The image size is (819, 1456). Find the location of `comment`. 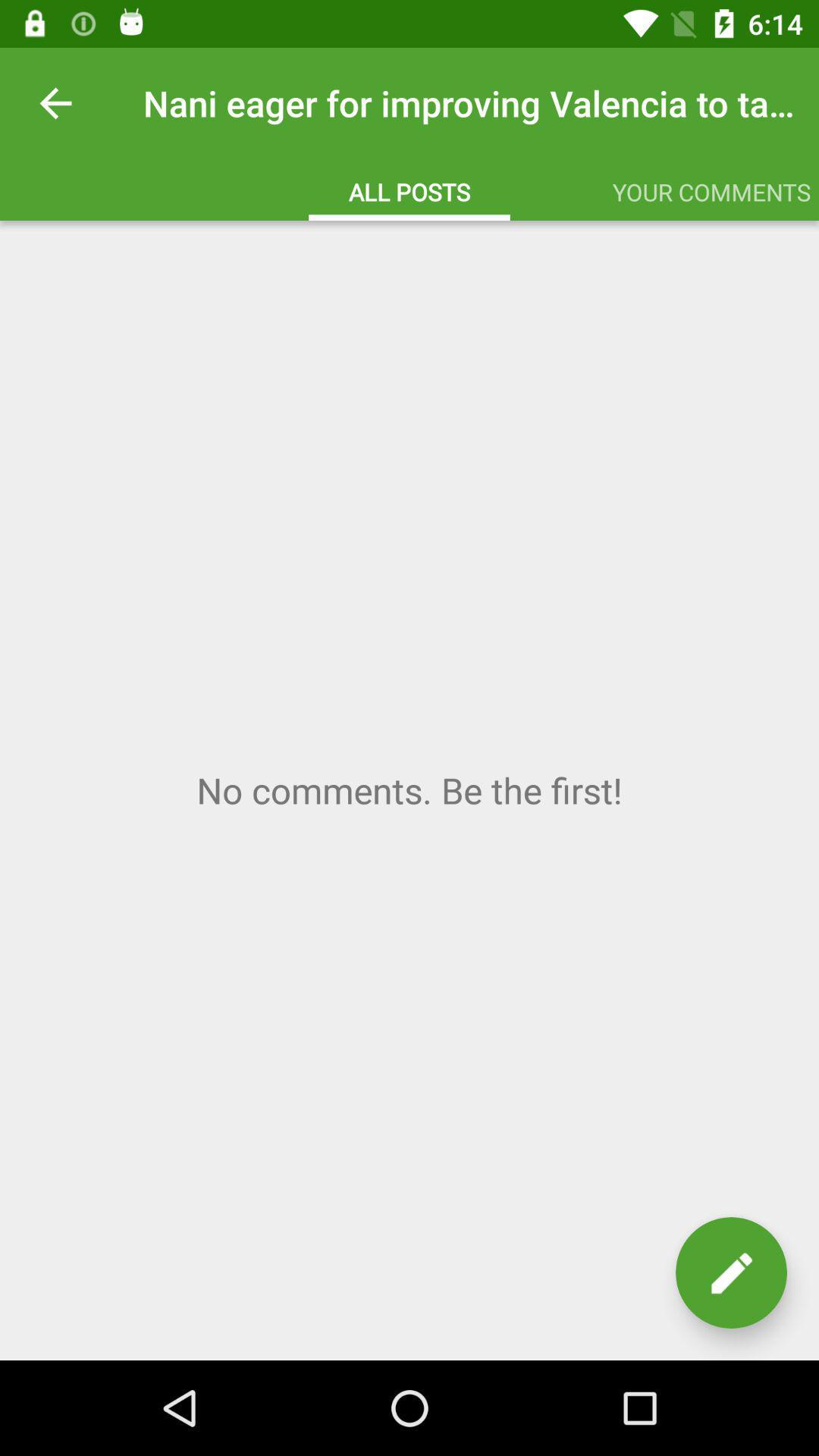

comment is located at coordinates (409, 789).